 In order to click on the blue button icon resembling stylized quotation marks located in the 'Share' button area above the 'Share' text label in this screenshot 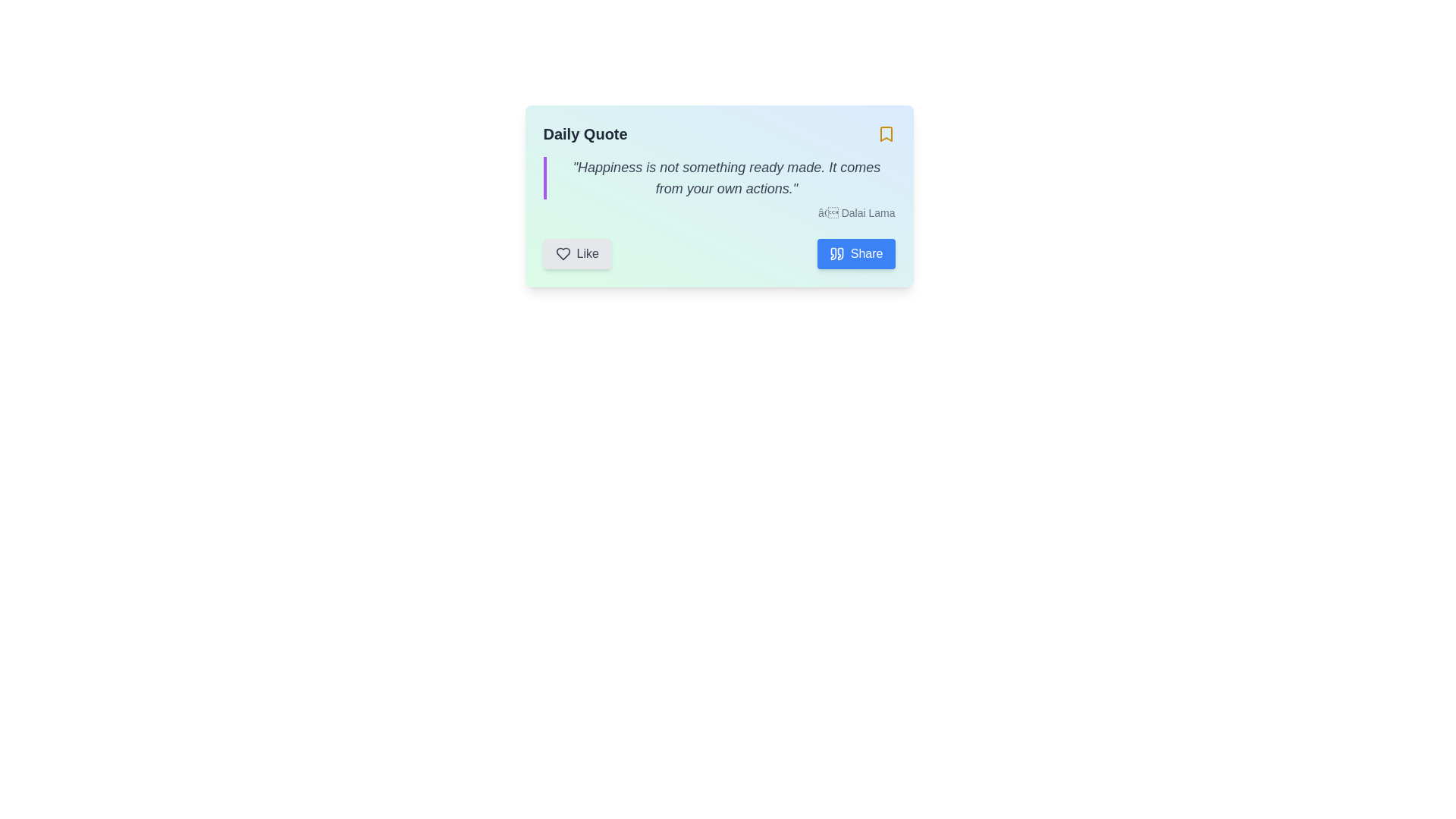, I will do `click(836, 253)`.